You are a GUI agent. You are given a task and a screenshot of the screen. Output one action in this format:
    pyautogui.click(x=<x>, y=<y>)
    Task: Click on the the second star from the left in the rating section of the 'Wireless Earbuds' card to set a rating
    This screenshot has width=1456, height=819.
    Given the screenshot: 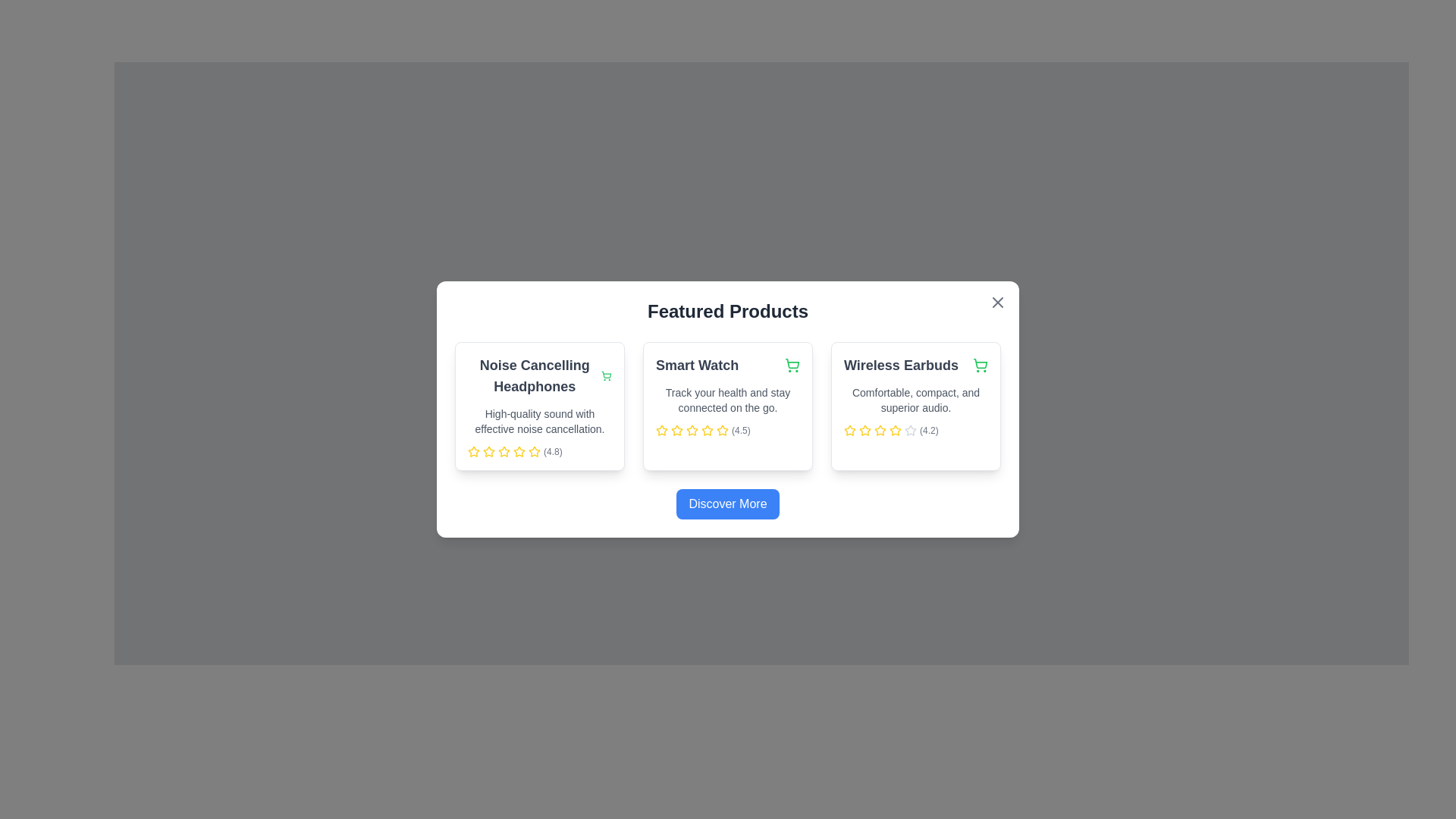 What is the action you would take?
    pyautogui.click(x=848, y=430)
    